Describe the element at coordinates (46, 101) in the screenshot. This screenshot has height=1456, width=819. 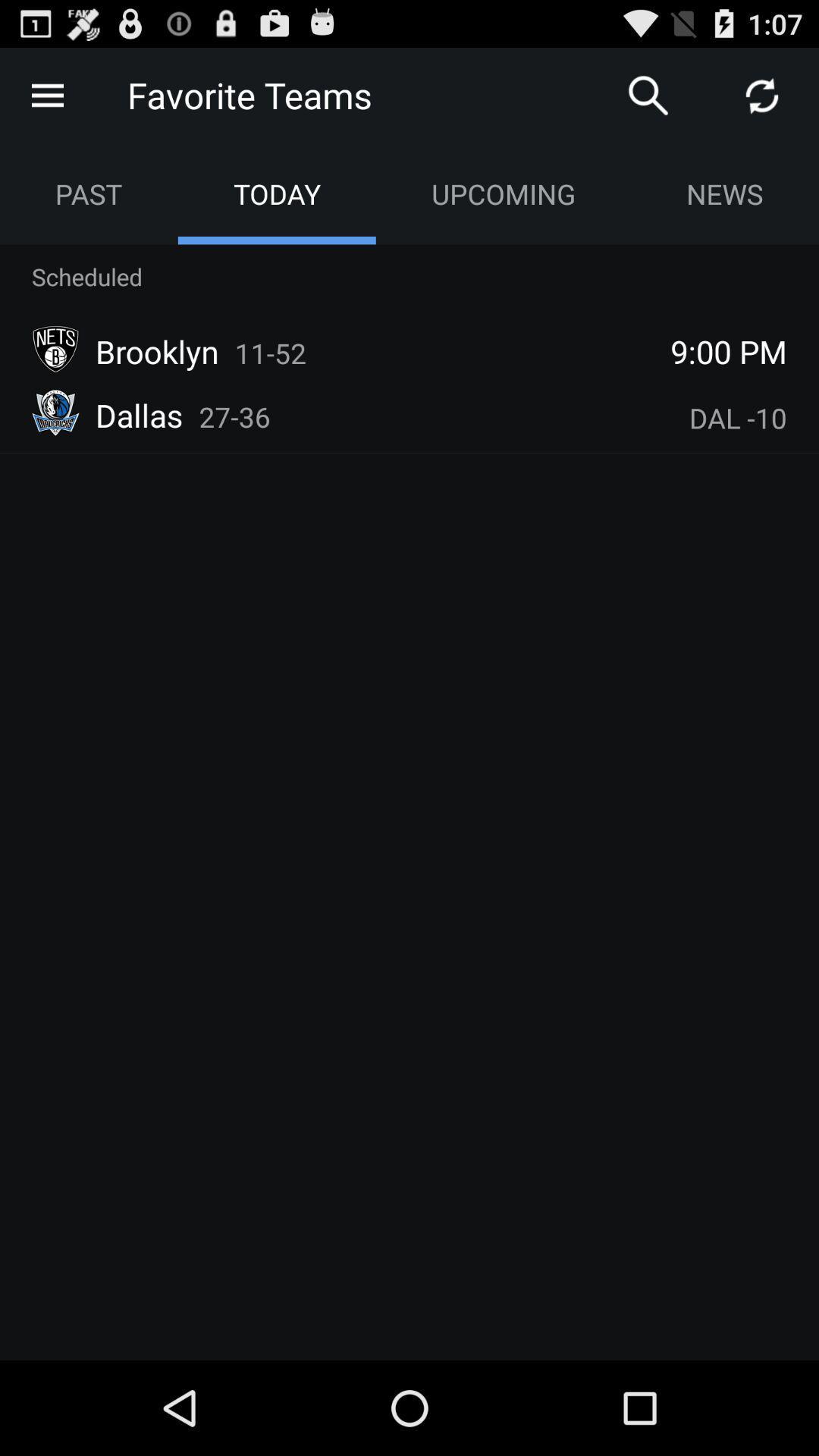
I see `the menu icon` at that location.